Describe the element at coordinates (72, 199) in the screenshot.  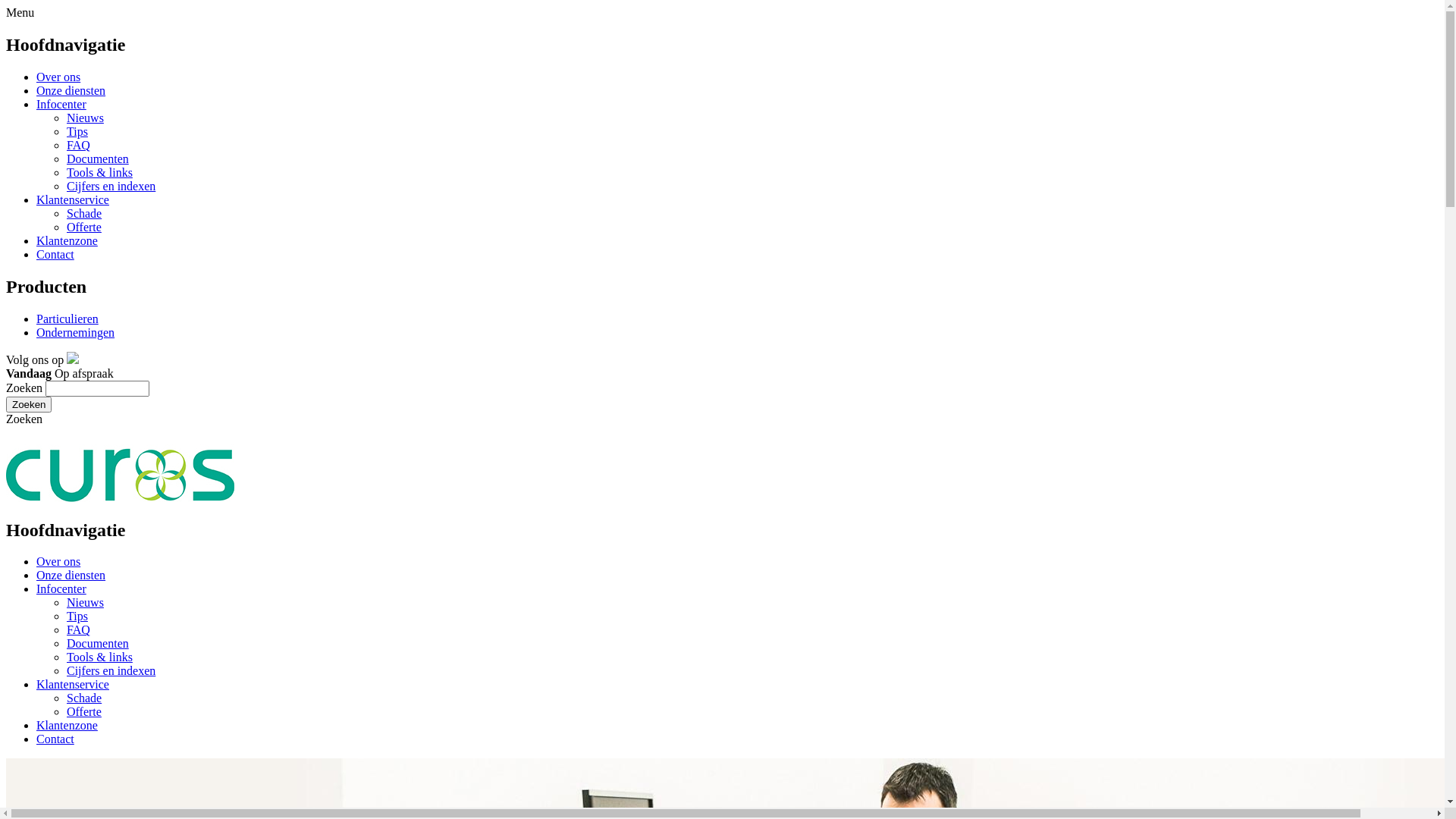
I see `'Klantenservice'` at that location.